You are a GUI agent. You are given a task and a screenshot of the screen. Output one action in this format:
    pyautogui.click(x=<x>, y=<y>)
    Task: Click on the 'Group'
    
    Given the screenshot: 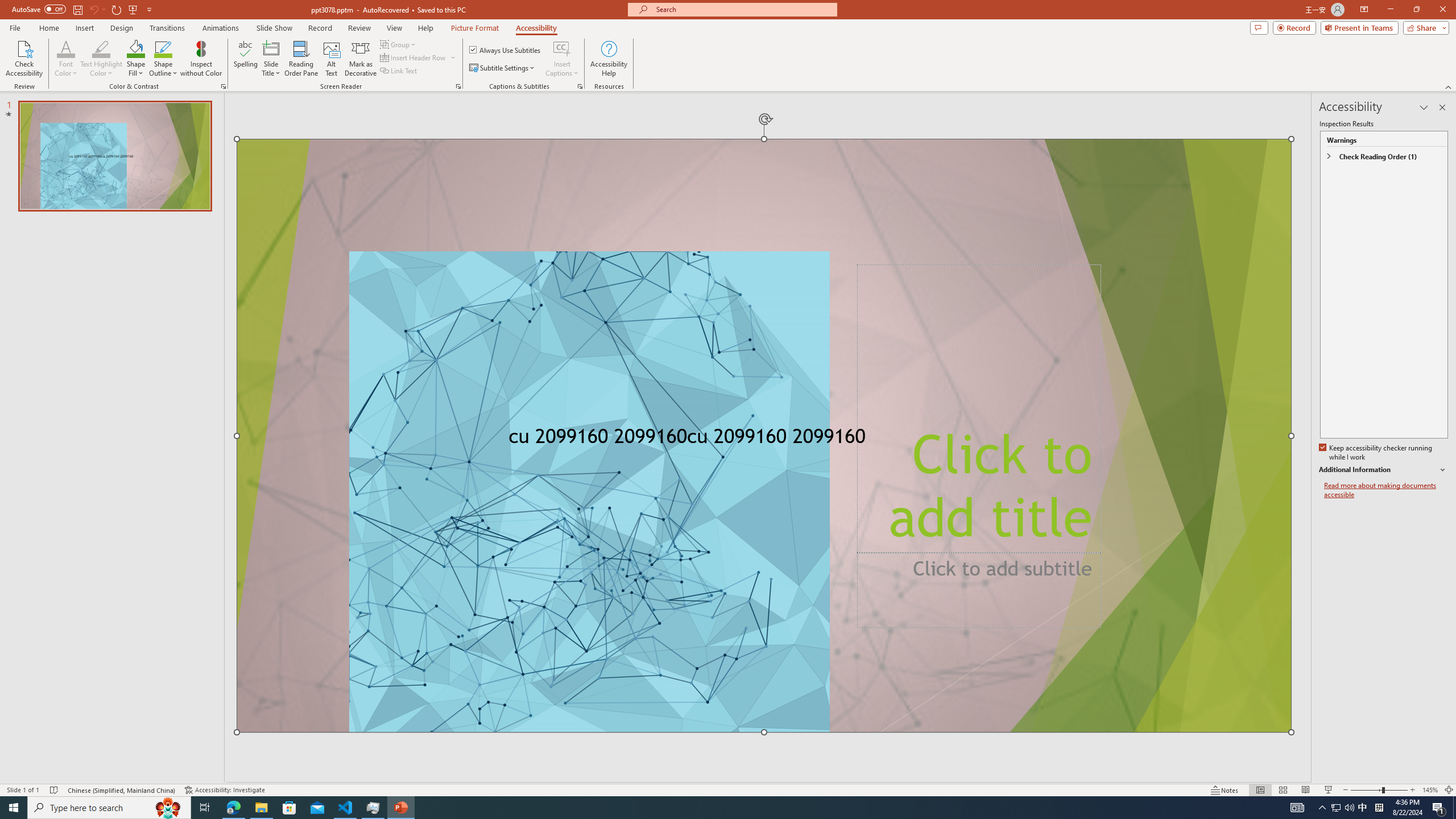 What is the action you would take?
    pyautogui.click(x=399, y=44)
    